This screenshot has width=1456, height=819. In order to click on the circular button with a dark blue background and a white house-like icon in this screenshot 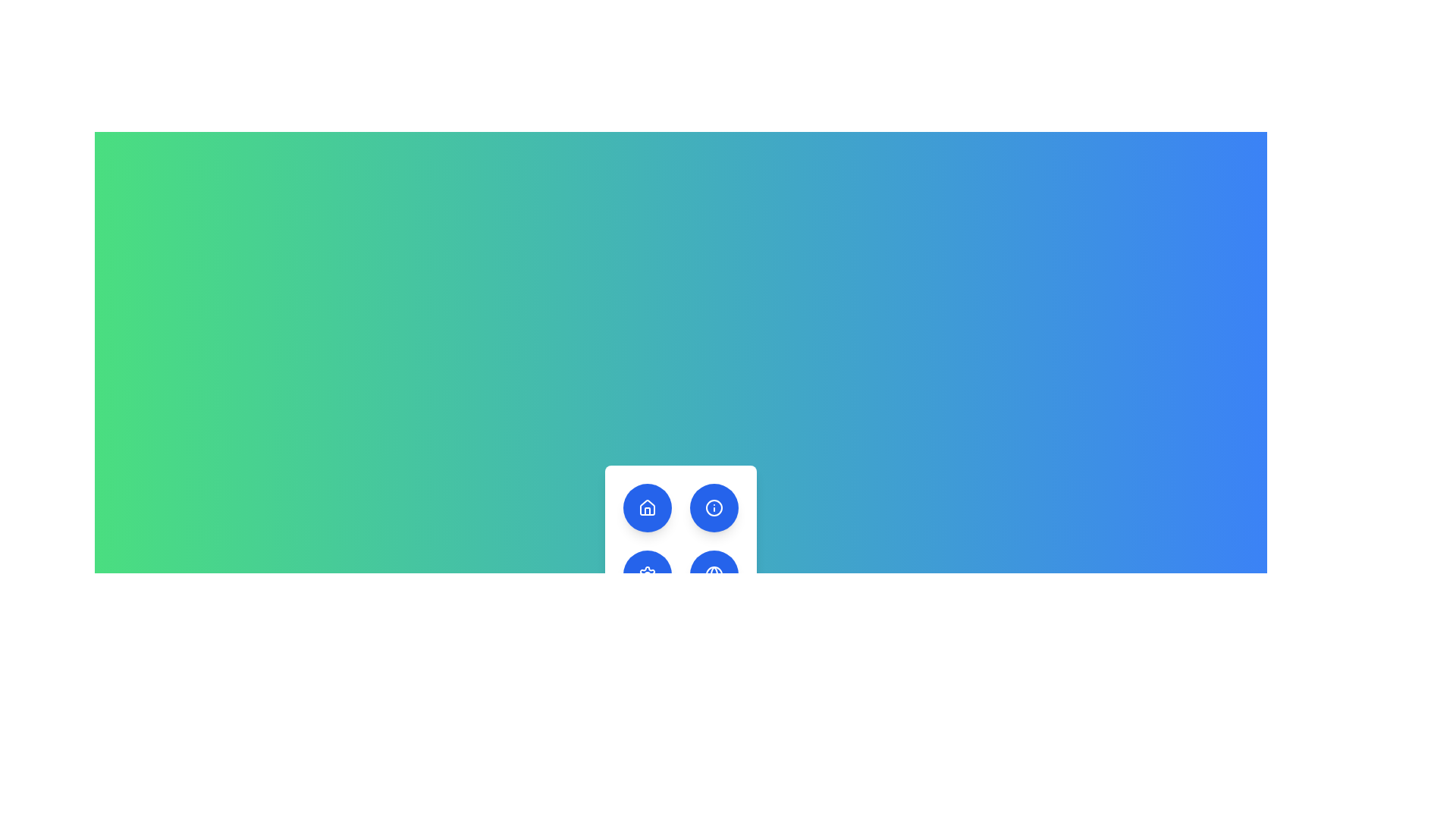, I will do `click(648, 508)`.